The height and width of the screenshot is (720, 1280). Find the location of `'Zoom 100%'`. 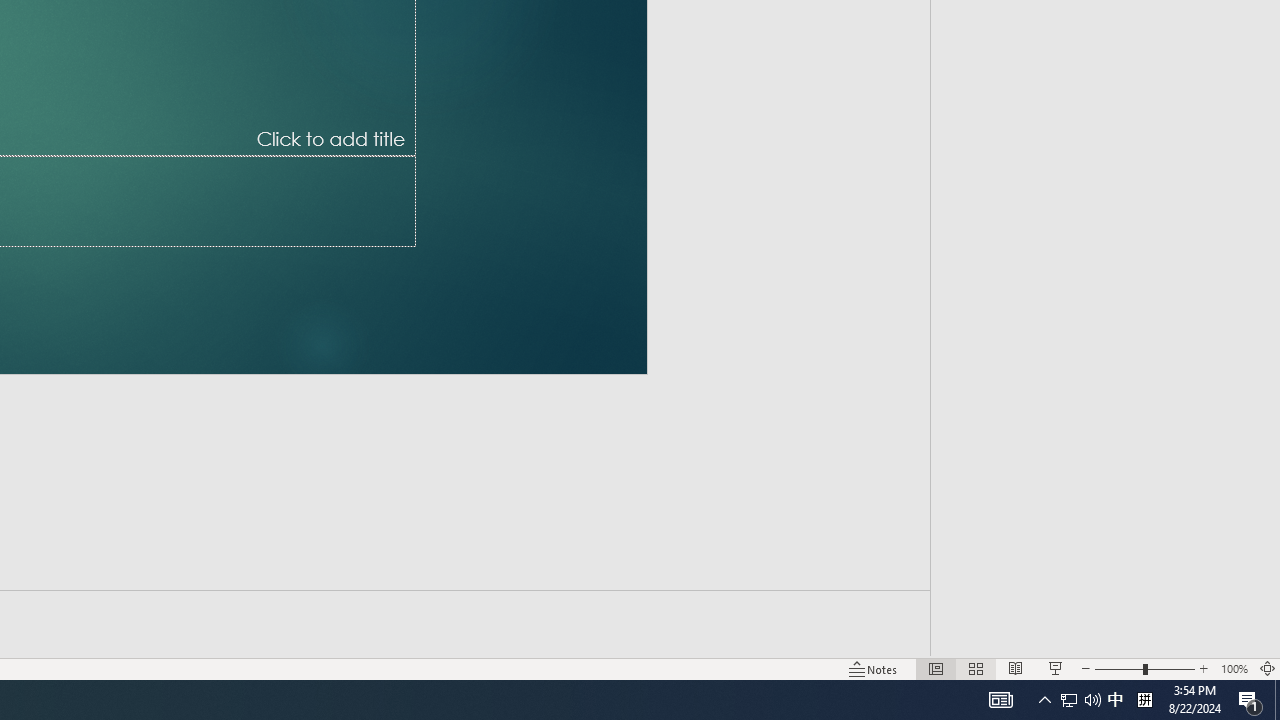

'Zoom 100%' is located at coordinates (1233, 669).